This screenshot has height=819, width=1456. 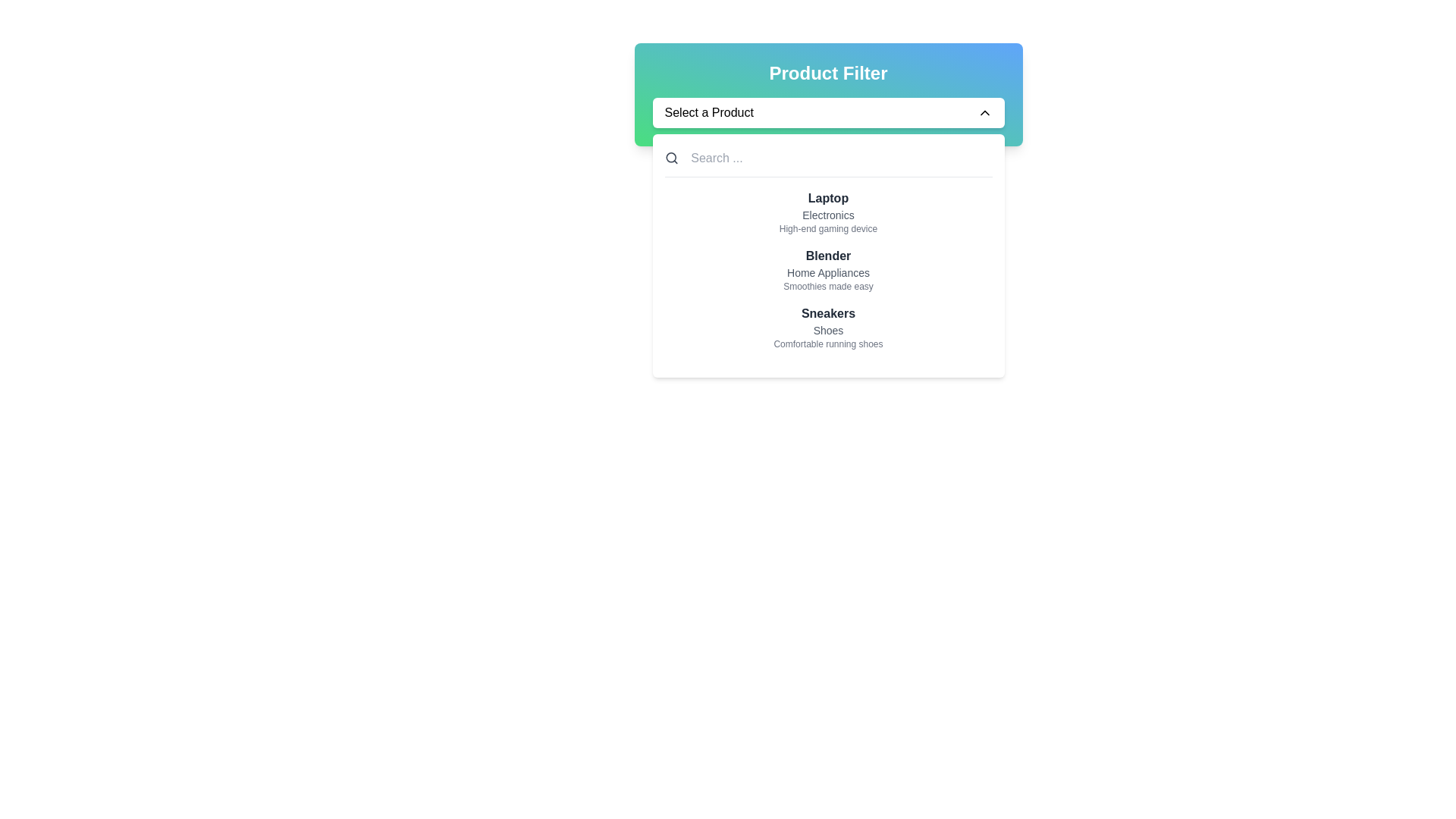 I want to click on the last item in the 'Product Filter' dropdown menu, so click(x=827, y=384).